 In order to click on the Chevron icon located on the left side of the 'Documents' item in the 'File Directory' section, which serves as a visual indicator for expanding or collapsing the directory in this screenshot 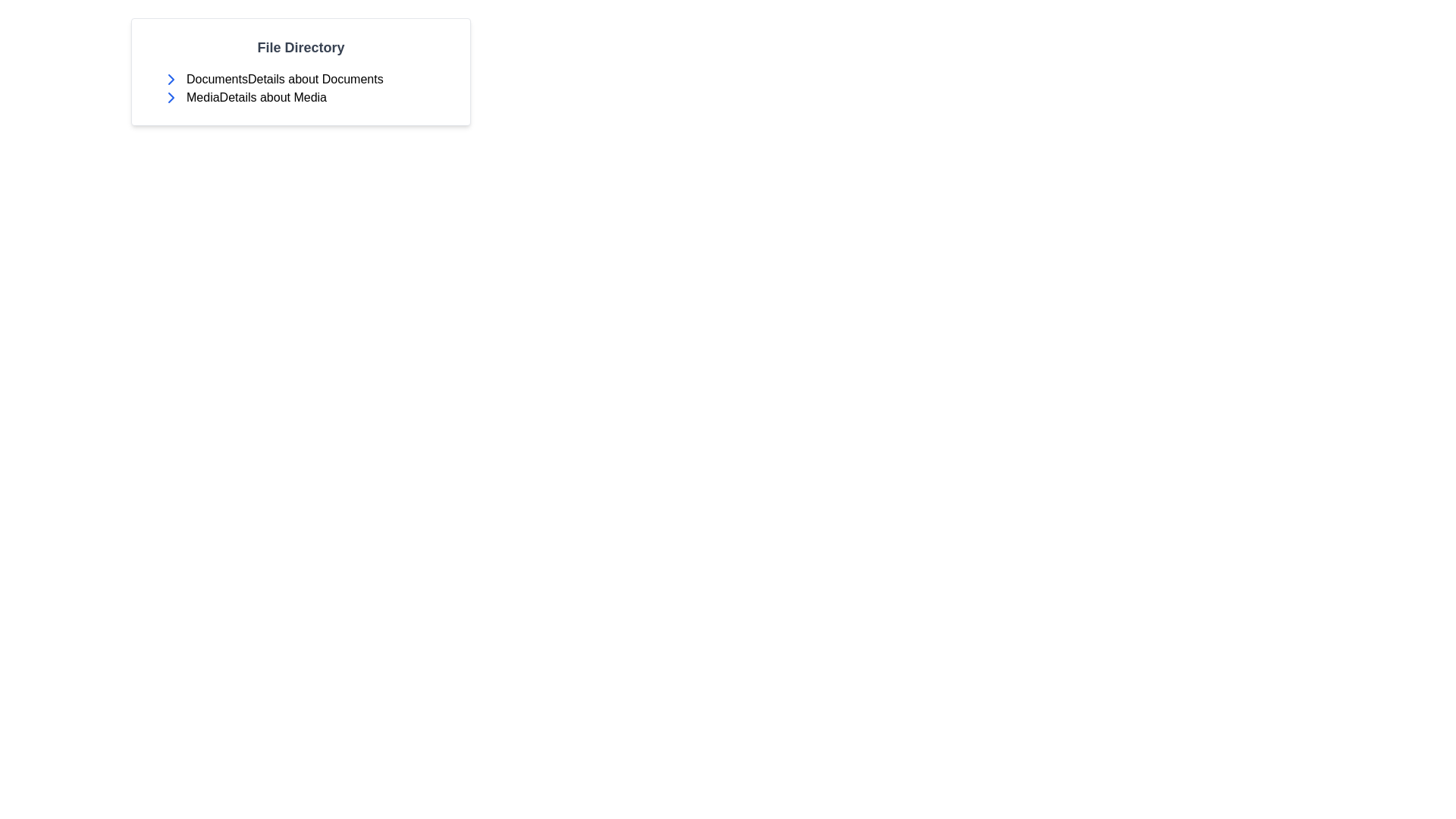, I will do `click(171, 79)`.